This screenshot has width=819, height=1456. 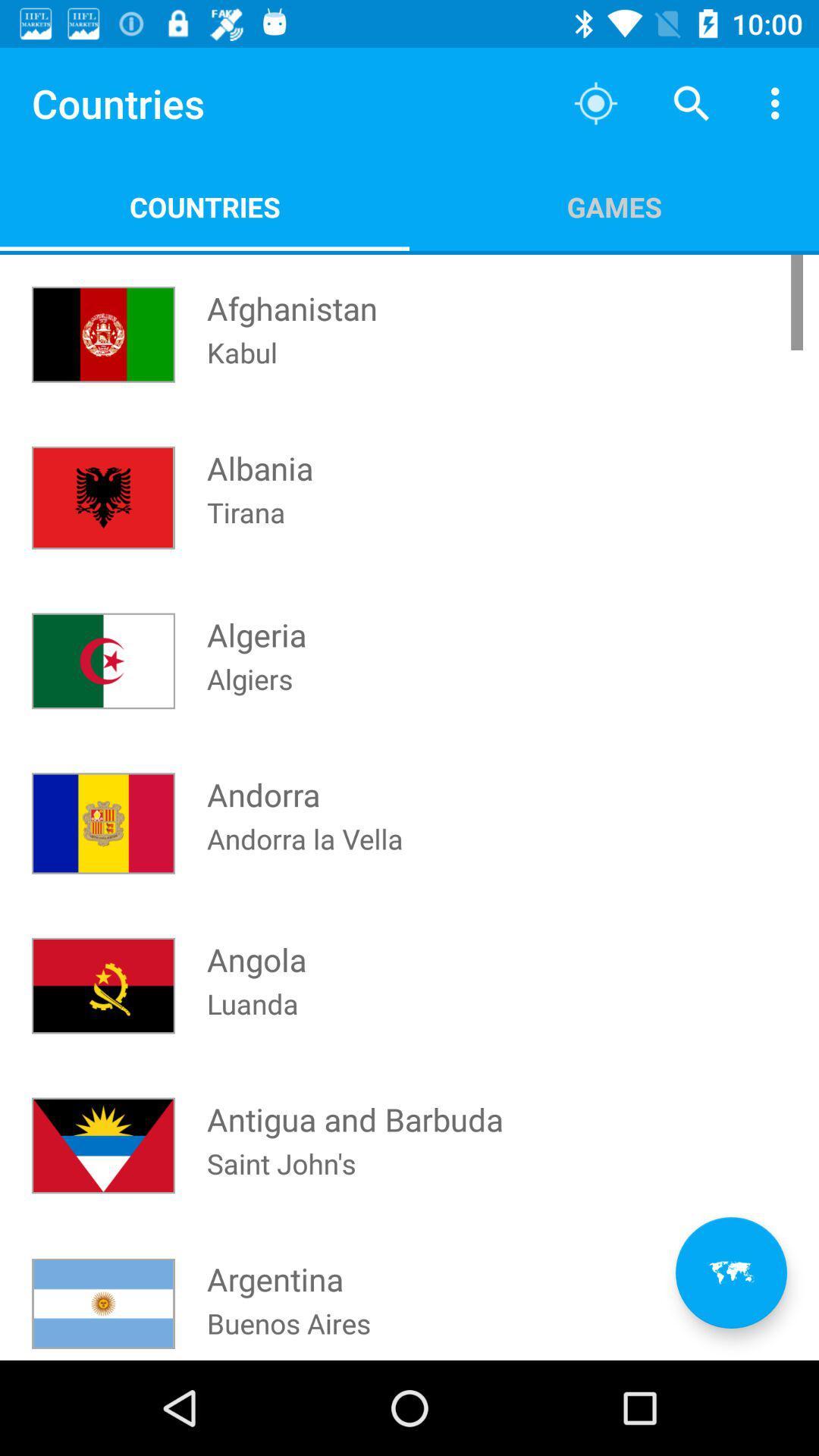 What do you see at coordinates (292, 294) in the screenshot?
I see `item next to the games` at bounding box center [292, 294].